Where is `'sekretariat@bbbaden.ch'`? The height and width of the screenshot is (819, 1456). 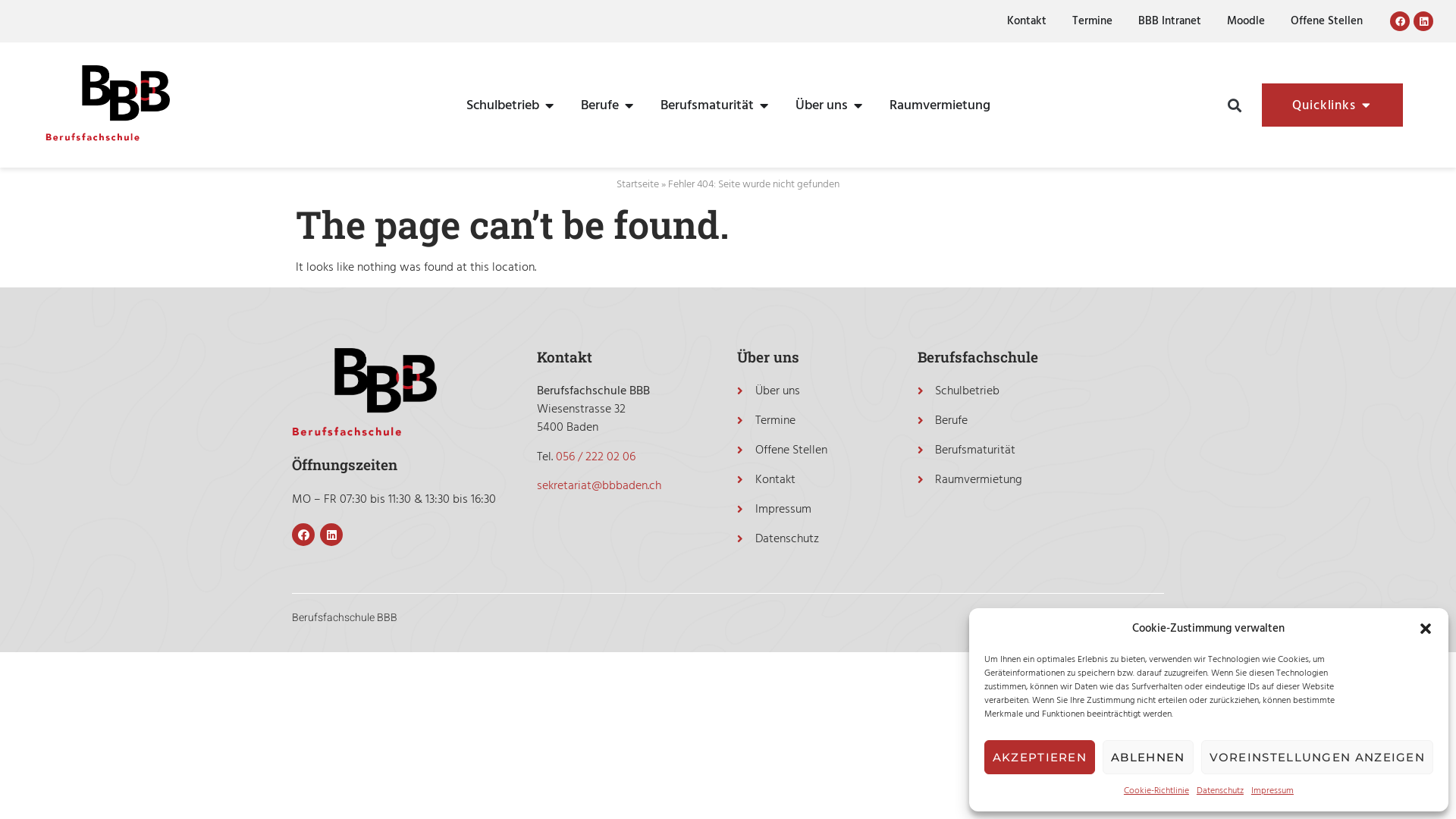
'sekretariat@bbbaden.ch' is located at coordinates (598, 485).